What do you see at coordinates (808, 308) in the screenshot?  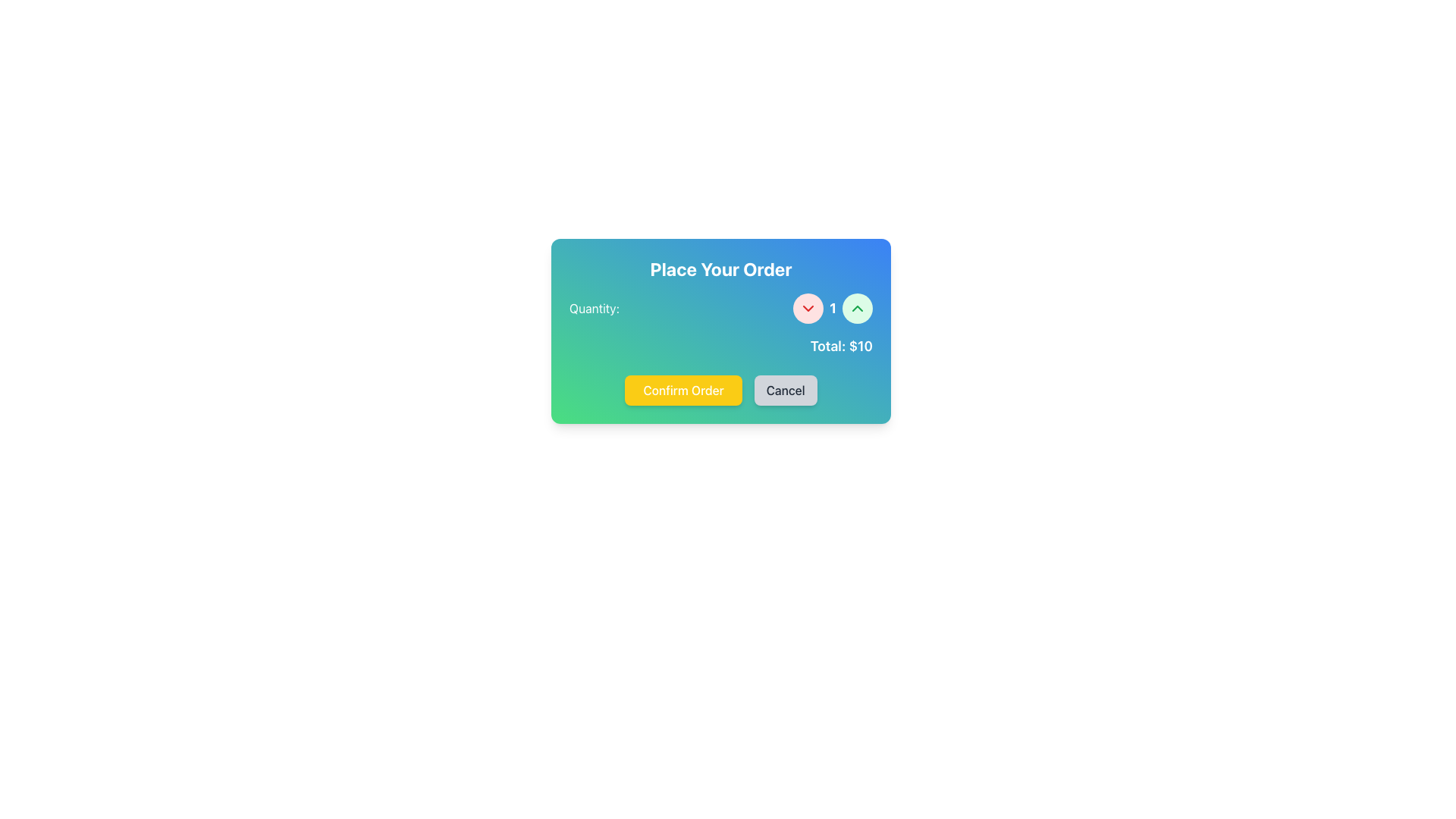 I see `the decrement button located on the left side of the modal window labeled 'Place Your Order', under the 'Quantity' label, which reduces the numerical value displayed next to it when clicked` at bounding box center [808, 308].